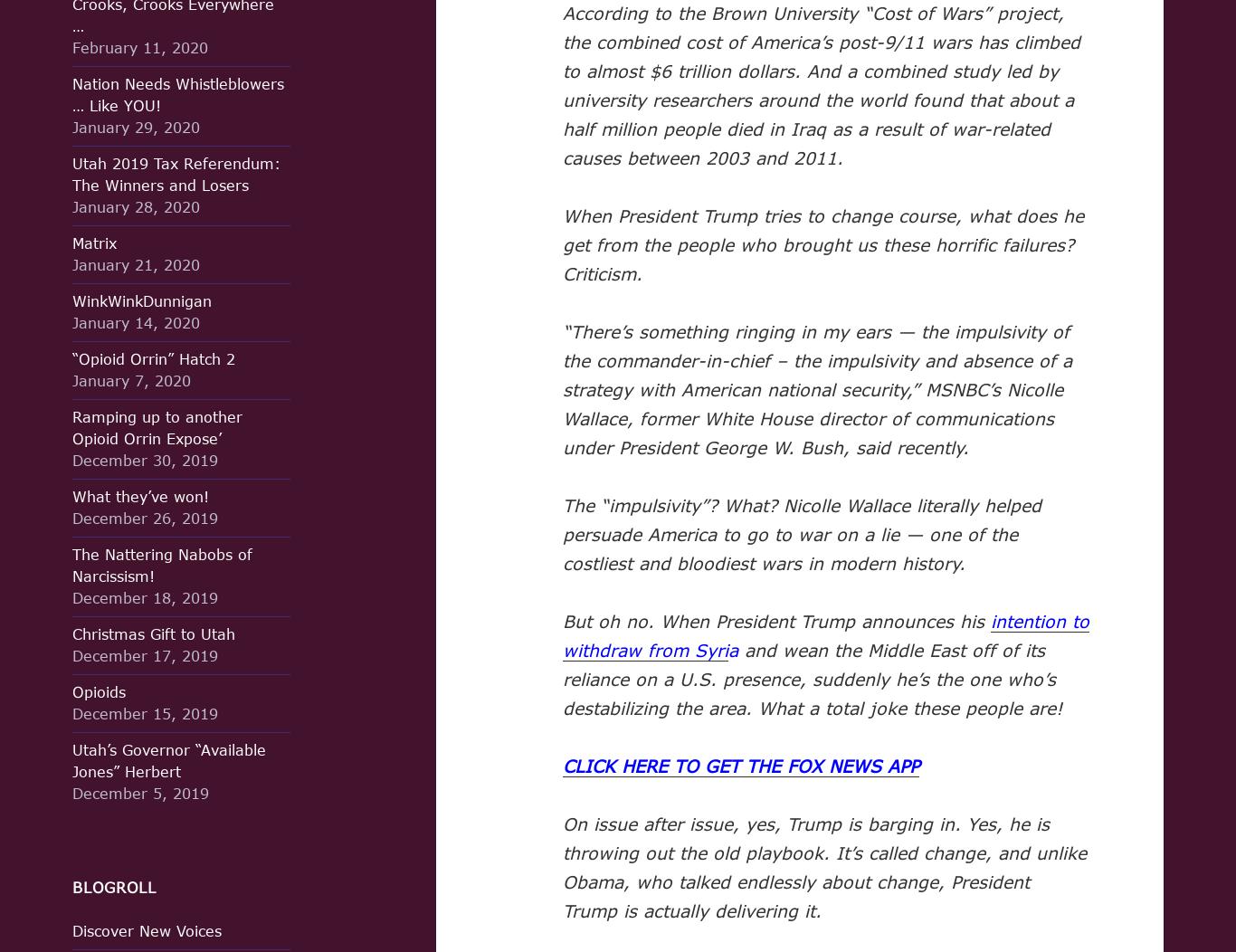 This screenshot has width=1236, height=952. Describe the element at coordinates (144, 596) in the screenshot. I see `'December 18, 2019'` at that location.